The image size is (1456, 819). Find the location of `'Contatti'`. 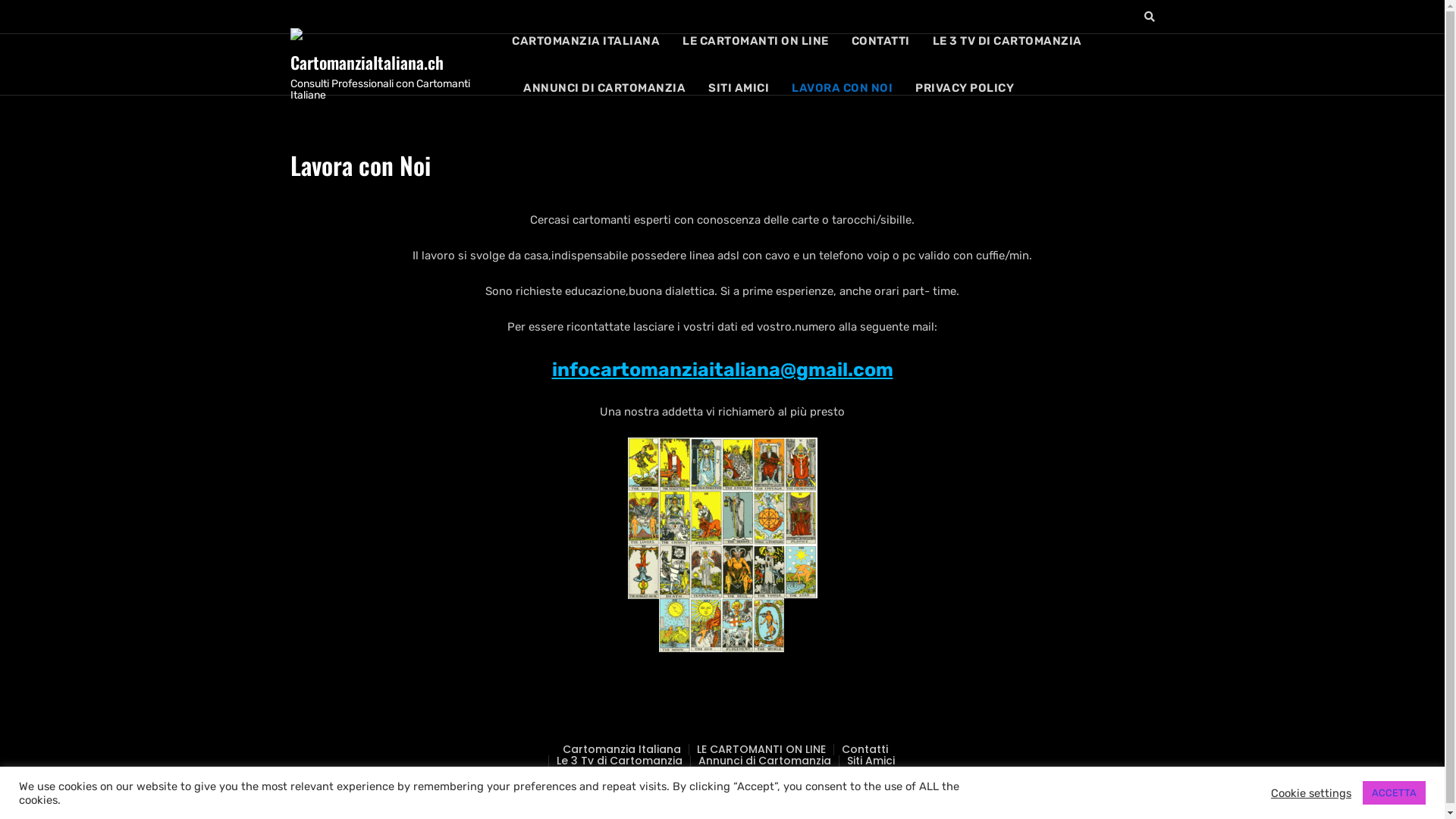

'Contatti' is located at coordinates (864, 748).